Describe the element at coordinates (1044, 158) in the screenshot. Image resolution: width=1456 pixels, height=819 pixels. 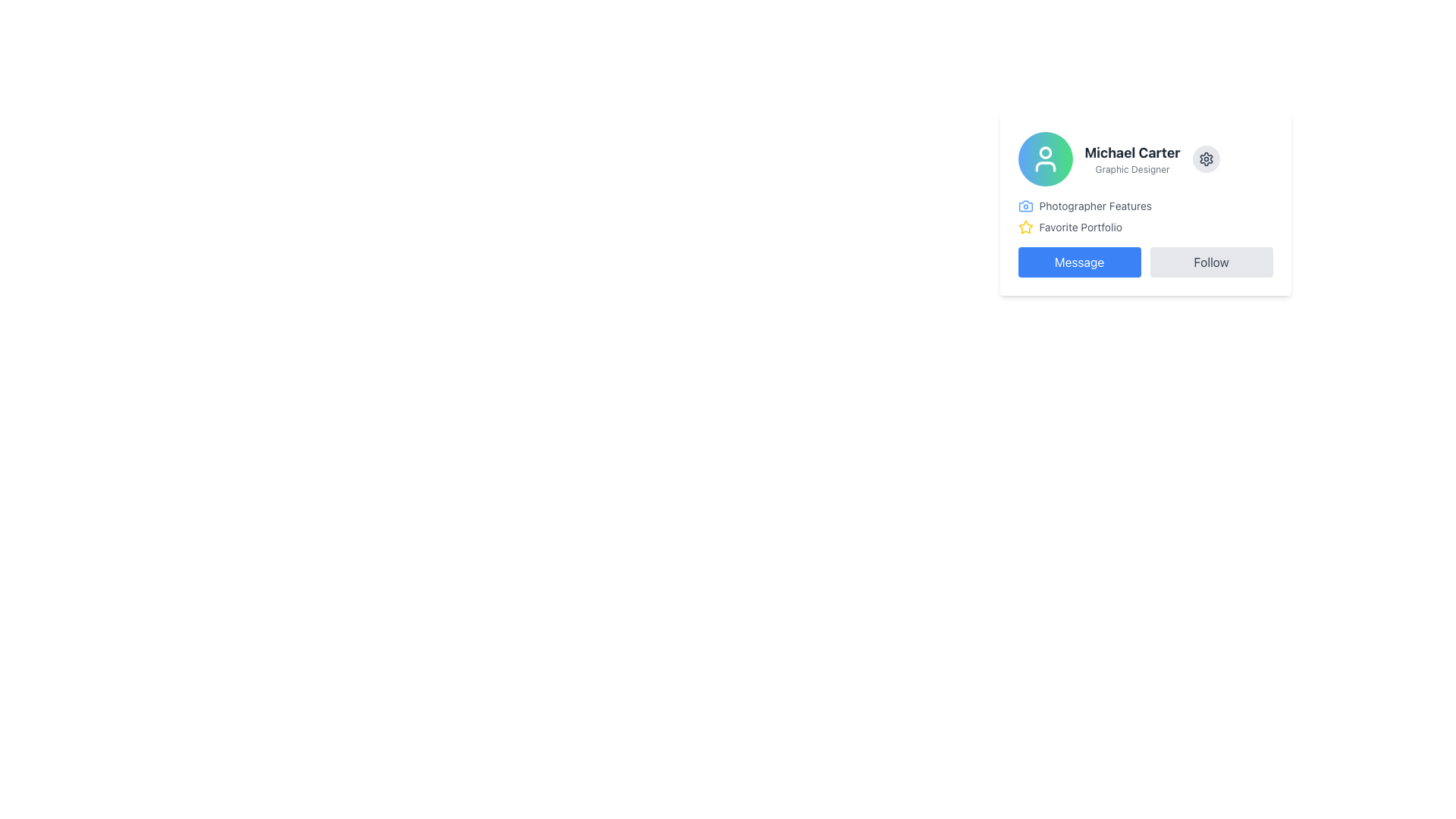
I see `the user profile icon located in the top-left corner of the user information card, which is a circular icon with a gradient background and a white human figure outline` at that location.